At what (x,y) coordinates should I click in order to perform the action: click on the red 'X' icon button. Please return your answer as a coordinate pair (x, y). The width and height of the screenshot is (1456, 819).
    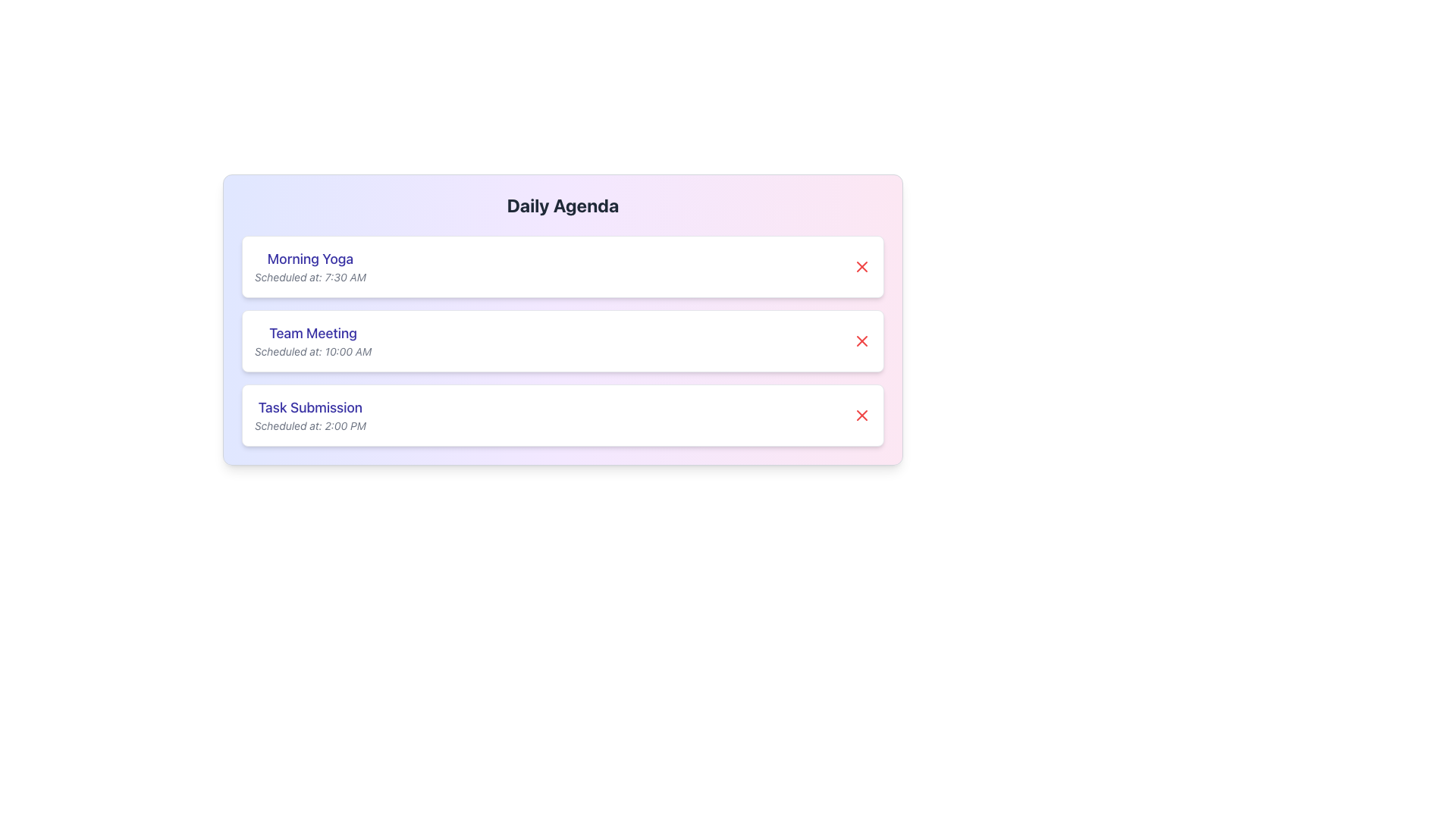
    Looking at the image, I should click on (862, 415).